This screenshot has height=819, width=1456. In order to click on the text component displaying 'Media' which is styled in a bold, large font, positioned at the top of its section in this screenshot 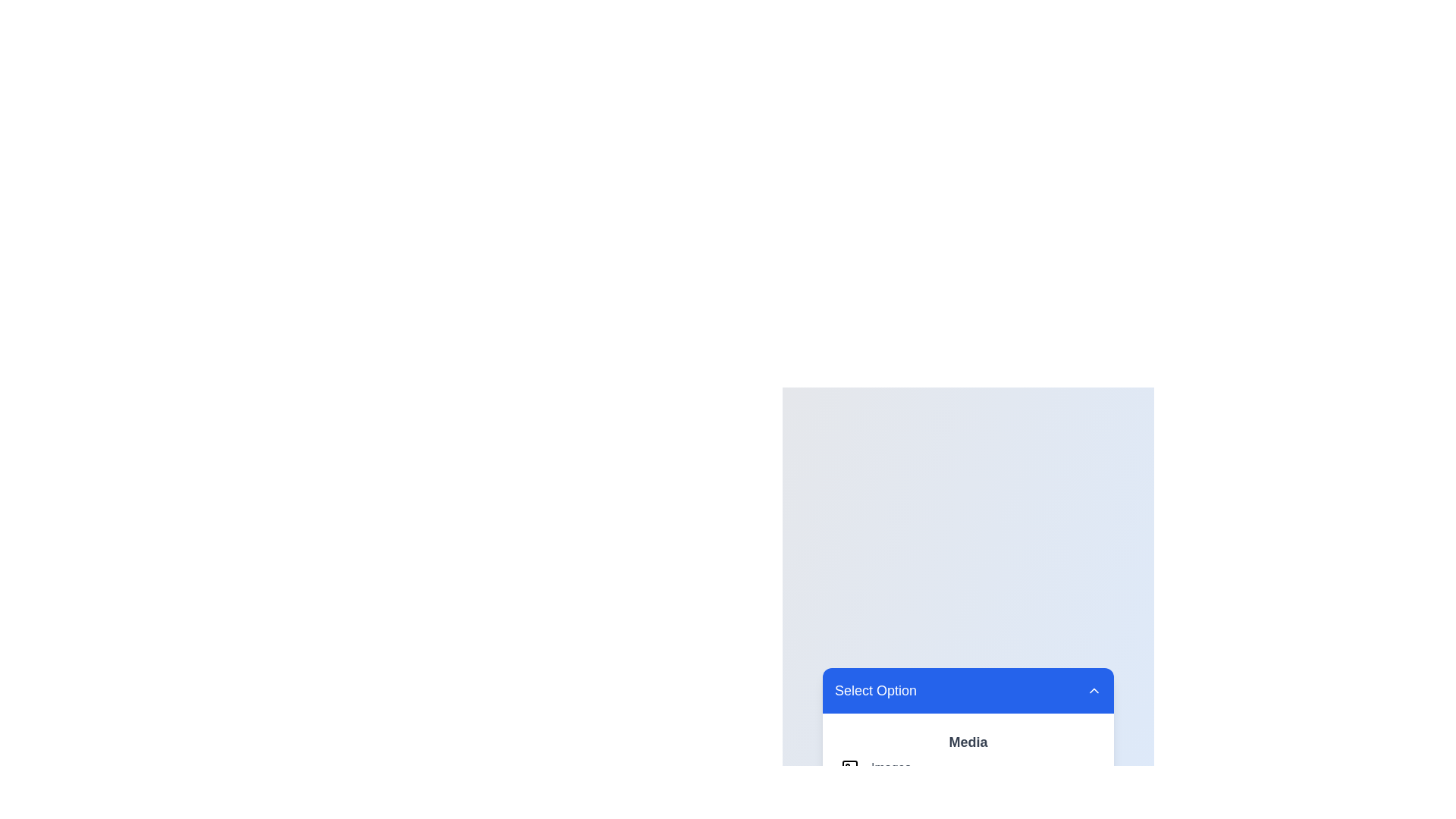, I will do `click(967, 741)`.